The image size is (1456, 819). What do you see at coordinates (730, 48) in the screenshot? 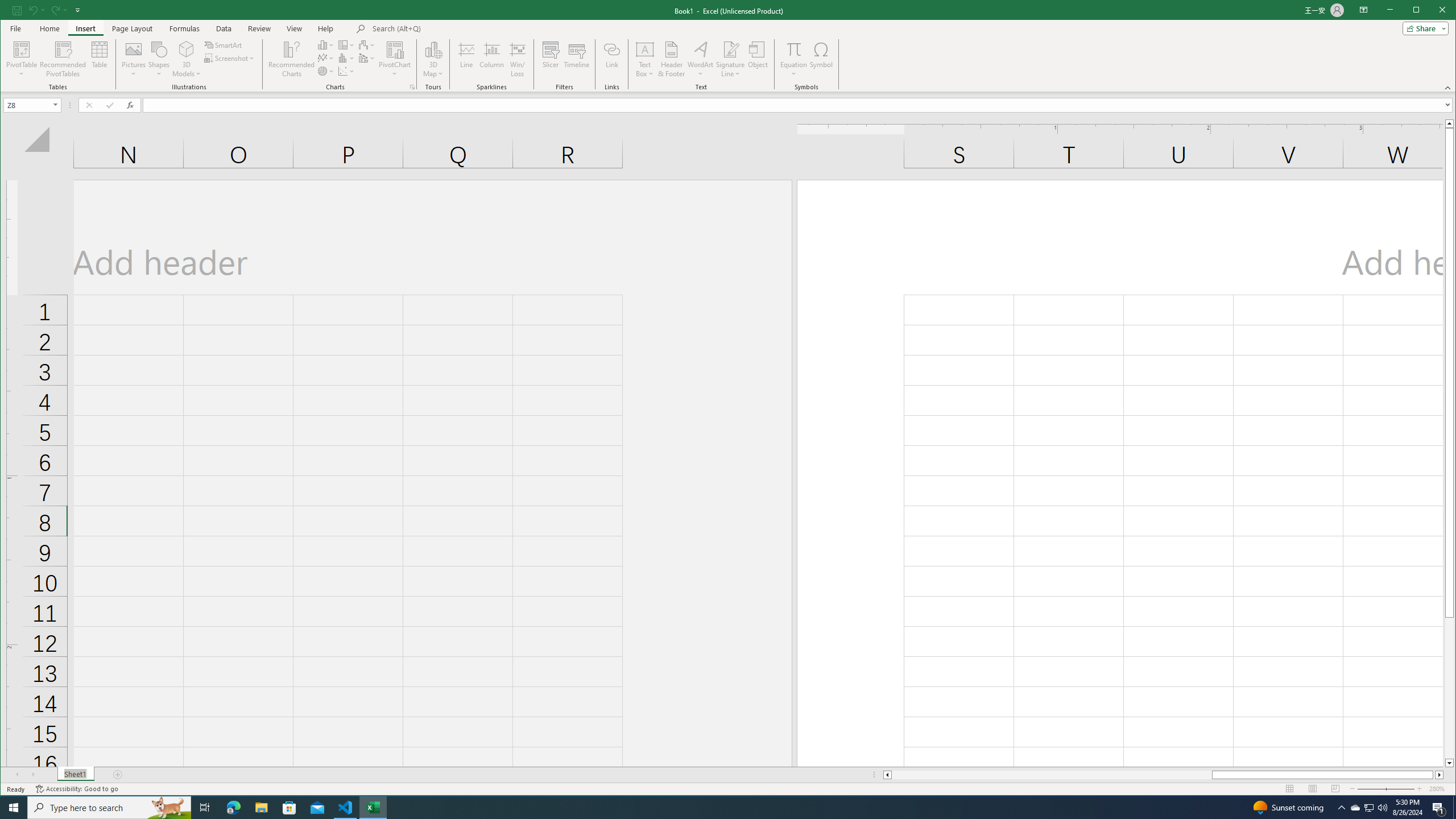
I see `'Signature Line'` at bounding box center [730, 48].